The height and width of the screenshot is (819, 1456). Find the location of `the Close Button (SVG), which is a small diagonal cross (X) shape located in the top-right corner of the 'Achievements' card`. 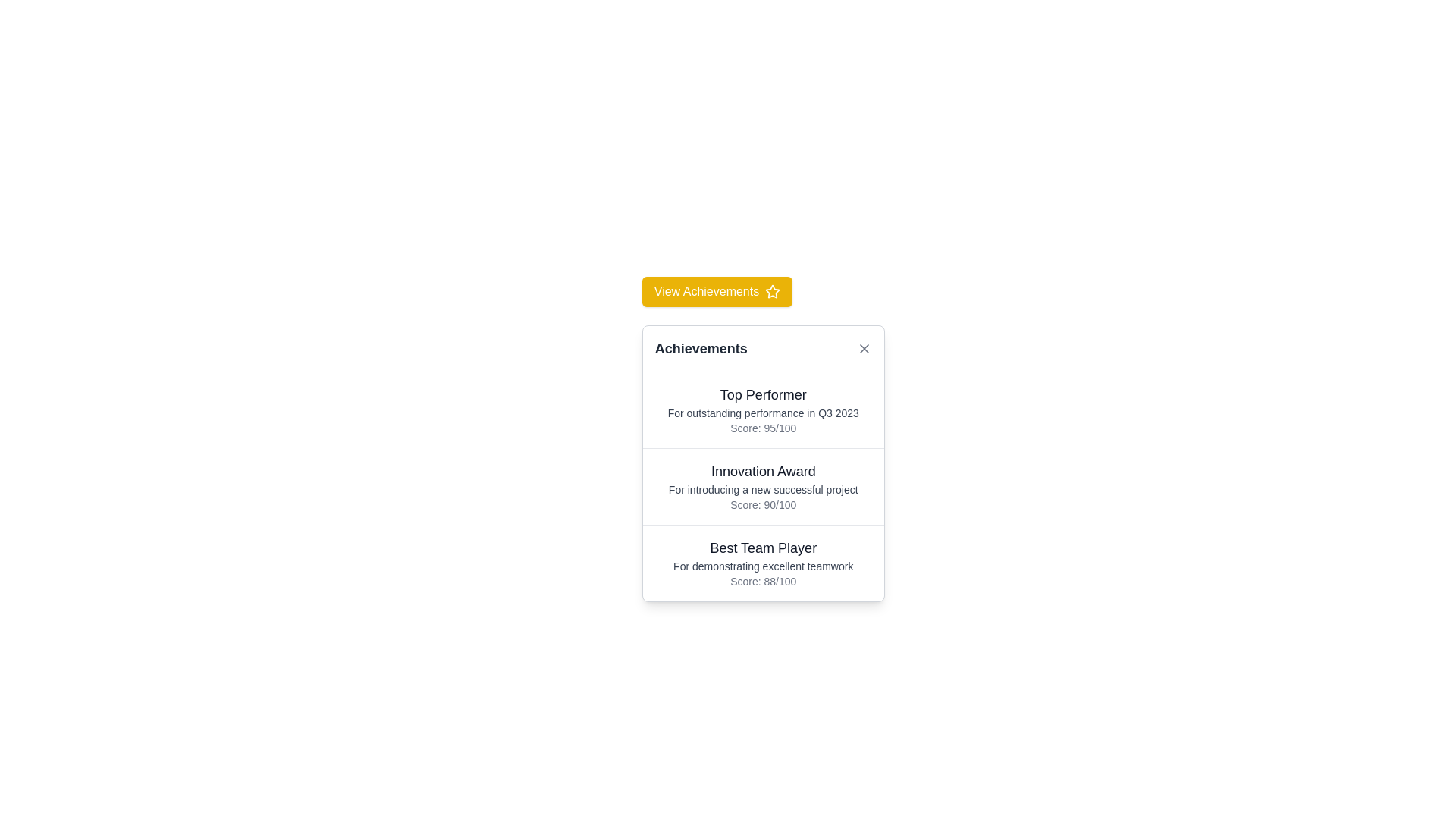

the Close Button (SVG), which is a small diagonal cross (X) shape located in the top-right corner of the 'Achievements' card is located at coordinates (864, 348).